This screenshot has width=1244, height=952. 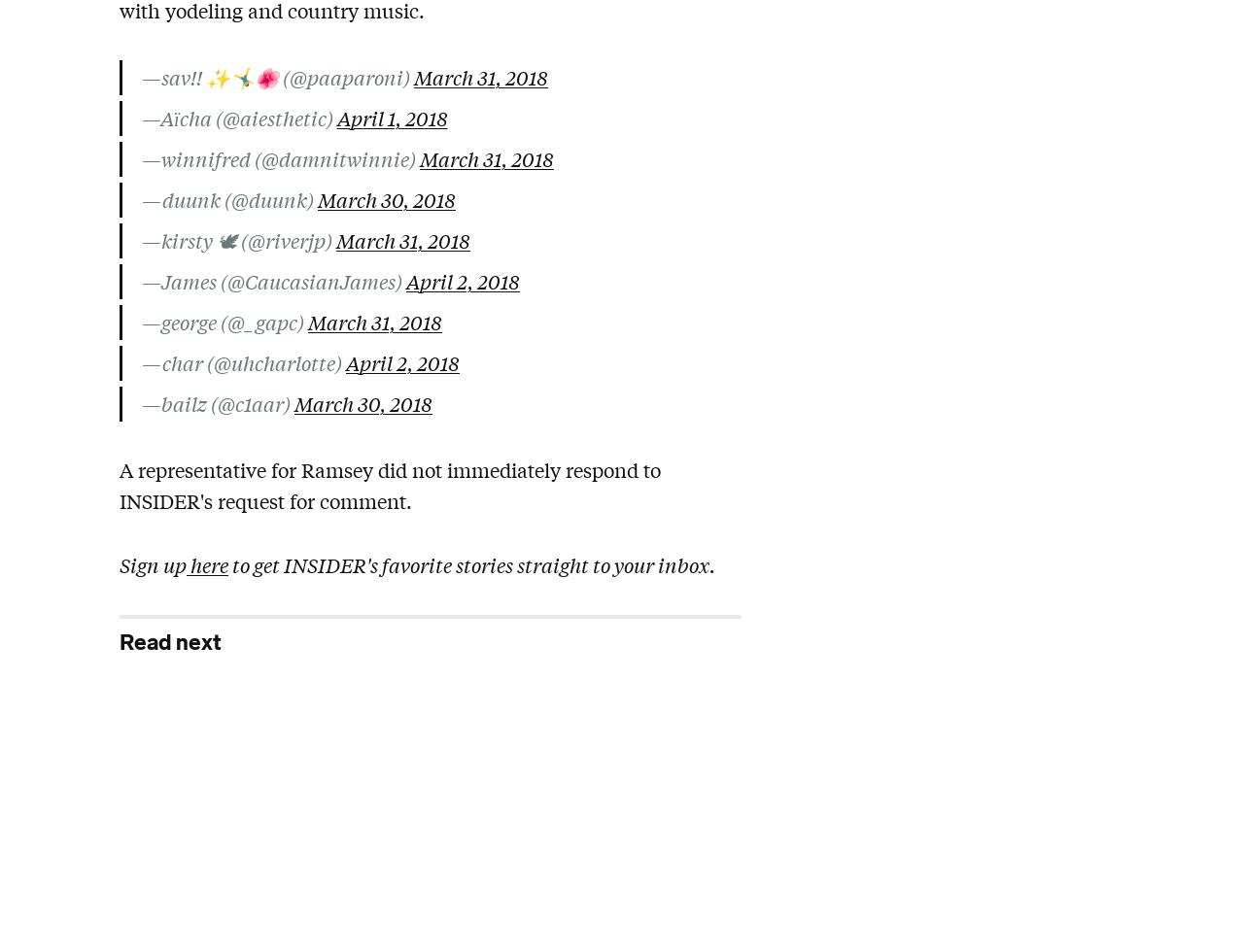 What do you see at coordinates (272, 280) in the screenshot?
I see `'—James  (@CaucasianJames)'` at bounding box center [272, 280].